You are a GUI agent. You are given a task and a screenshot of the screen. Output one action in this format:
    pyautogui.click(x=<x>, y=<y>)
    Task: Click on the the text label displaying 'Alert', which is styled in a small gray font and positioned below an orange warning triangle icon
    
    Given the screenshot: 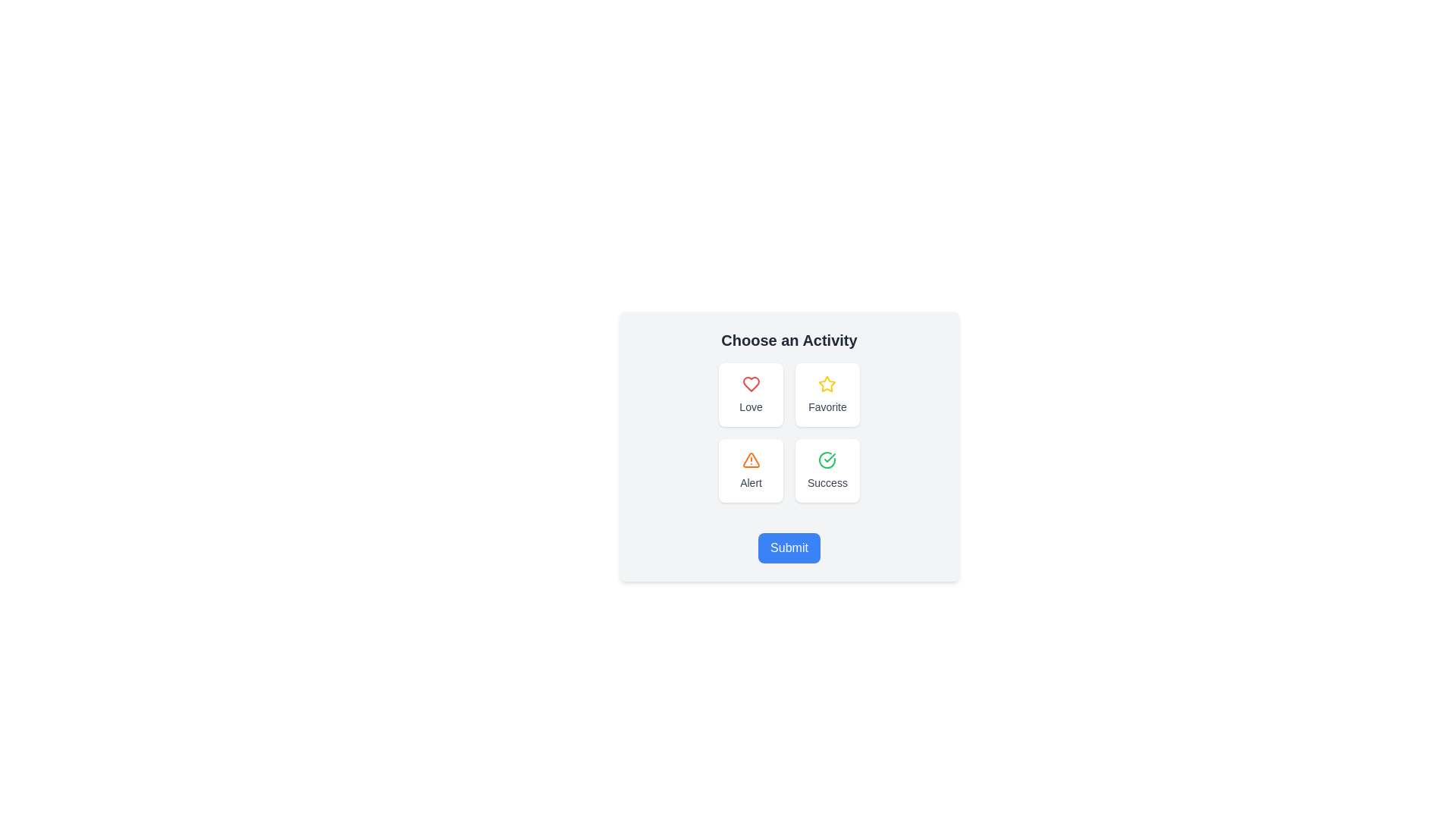 What is the action you would take?
    pyautogui.click(x=751, y=482)
    